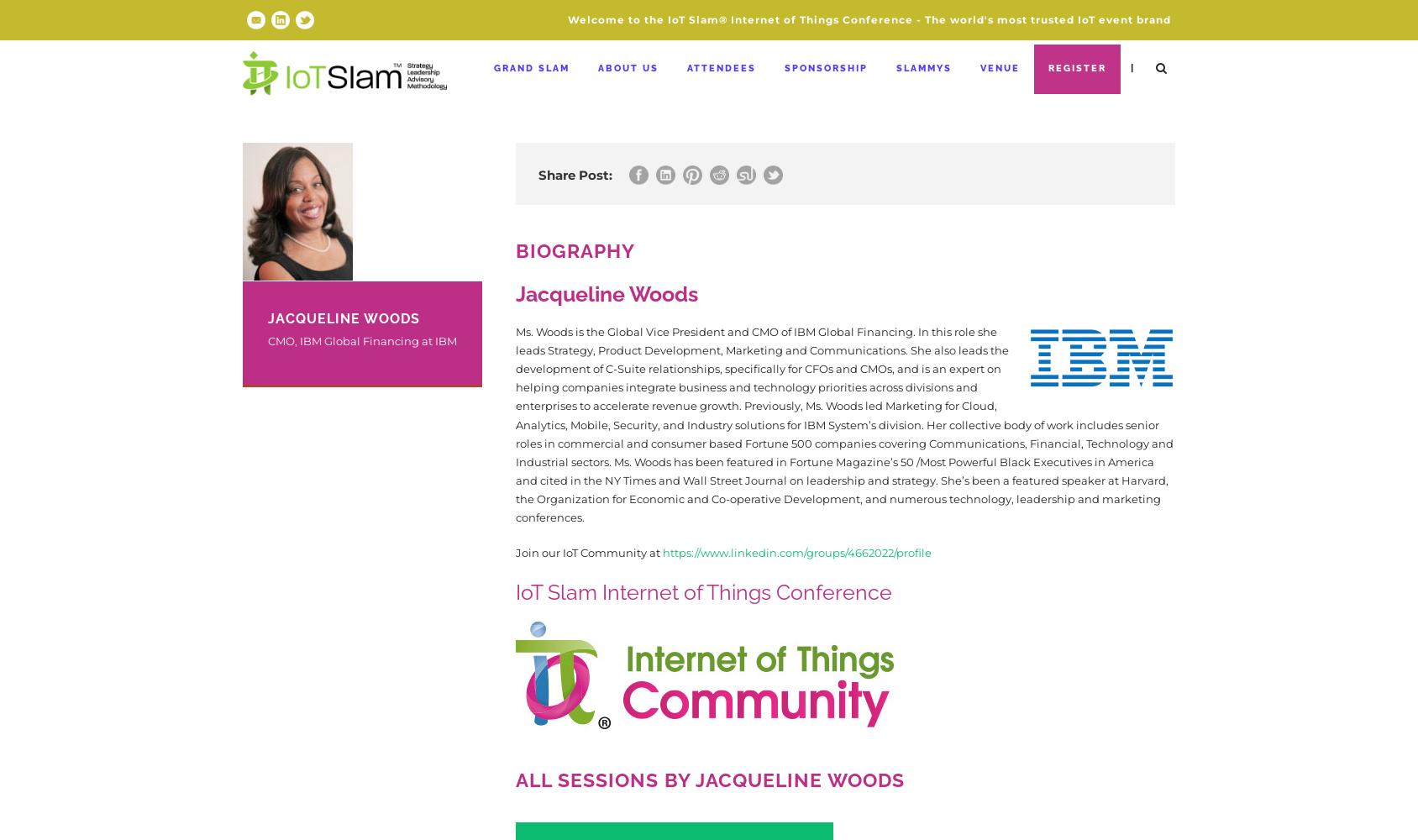 The image size is (1418, 840). What do you see at coordinates (1131, 66) in the screenshot?
I see `'|'` at bounding box center [1131, 66].